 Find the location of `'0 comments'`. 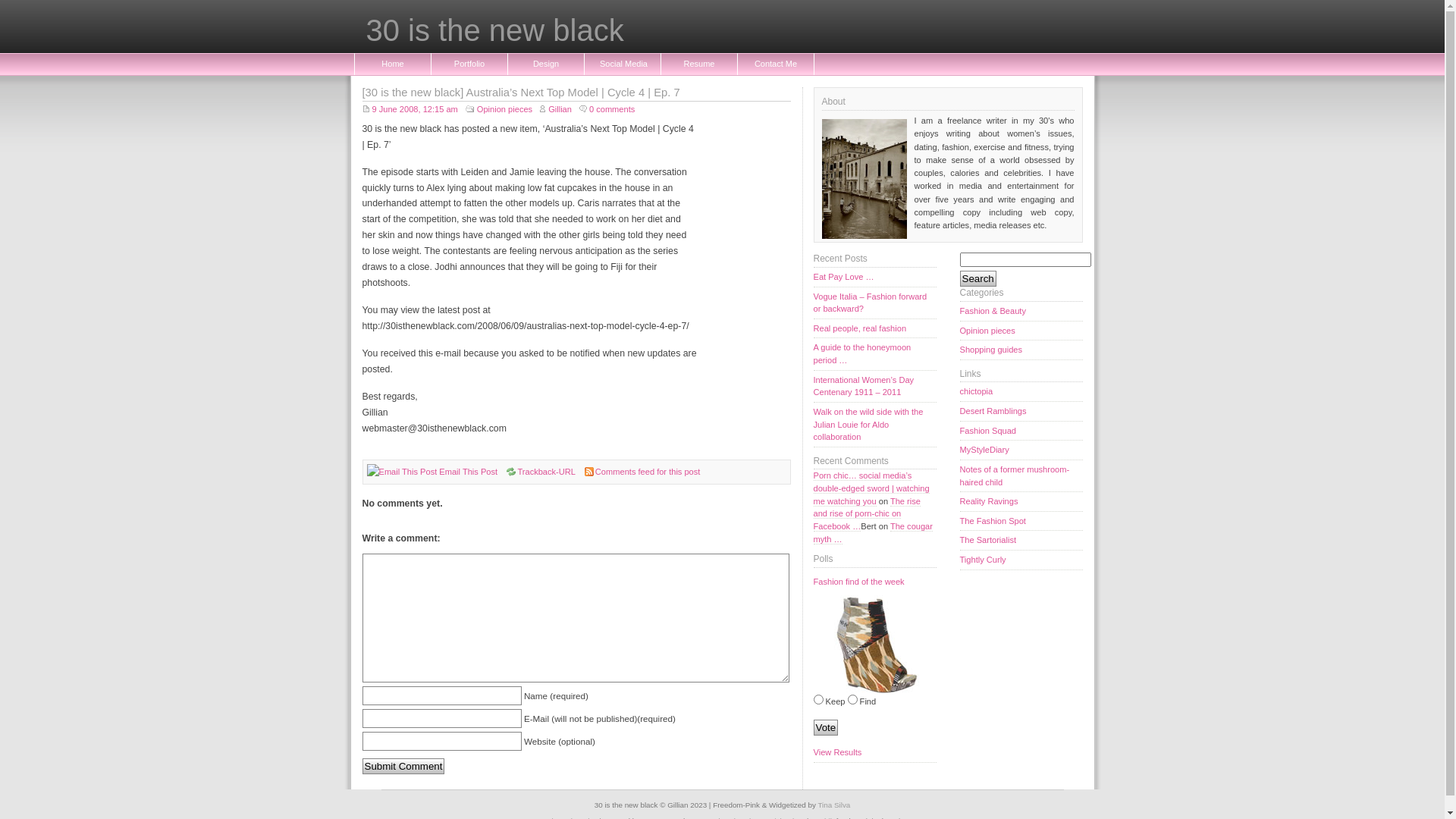

'0 comments' is located at coordinates (607, 108).